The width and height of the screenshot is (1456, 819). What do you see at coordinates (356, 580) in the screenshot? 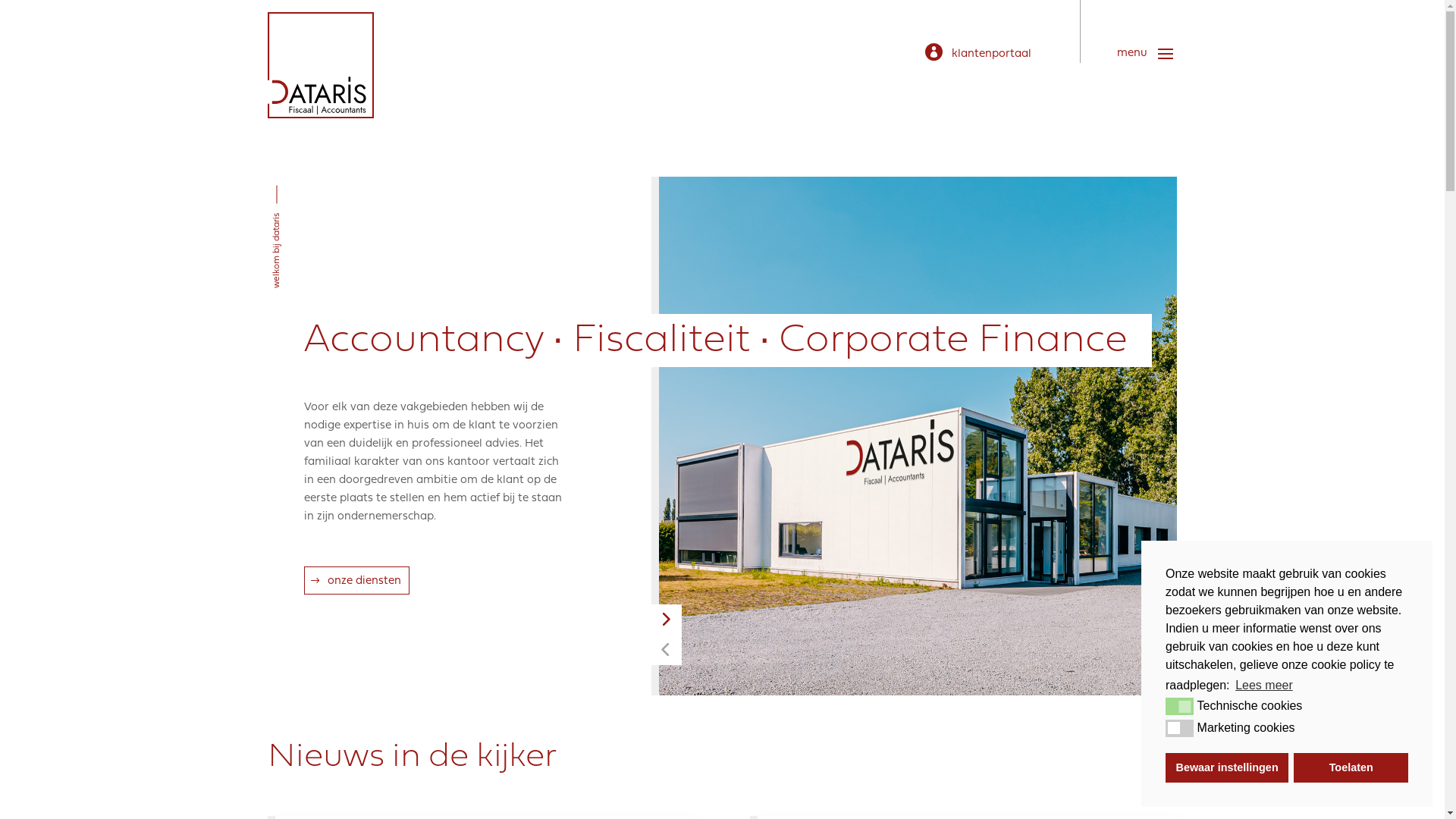
I see `'onze diensten'` at bounding box center [356, 580].